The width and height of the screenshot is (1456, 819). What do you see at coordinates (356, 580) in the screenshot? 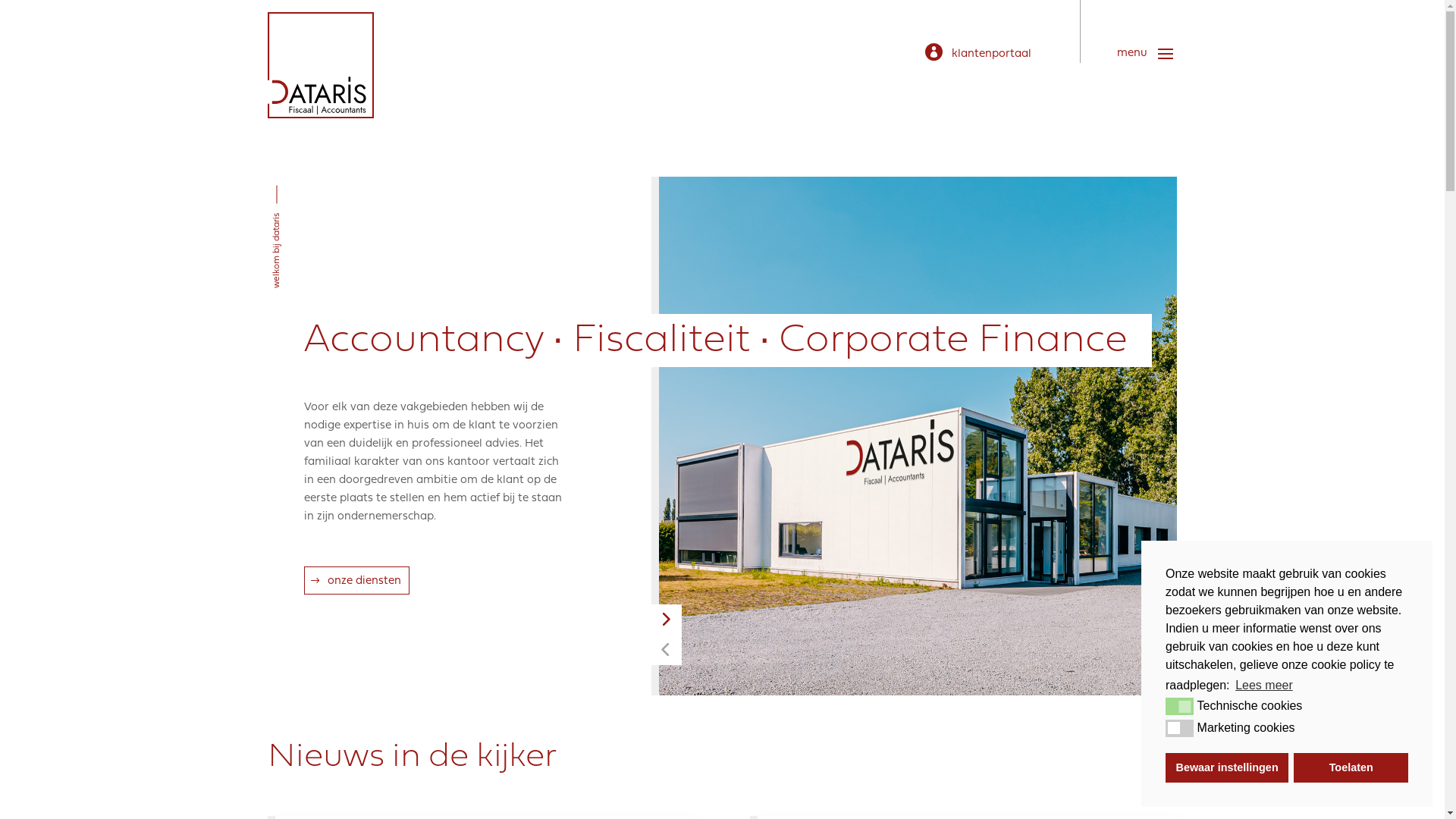
I see `'onze diensten'` at bounding box center [356, 580].